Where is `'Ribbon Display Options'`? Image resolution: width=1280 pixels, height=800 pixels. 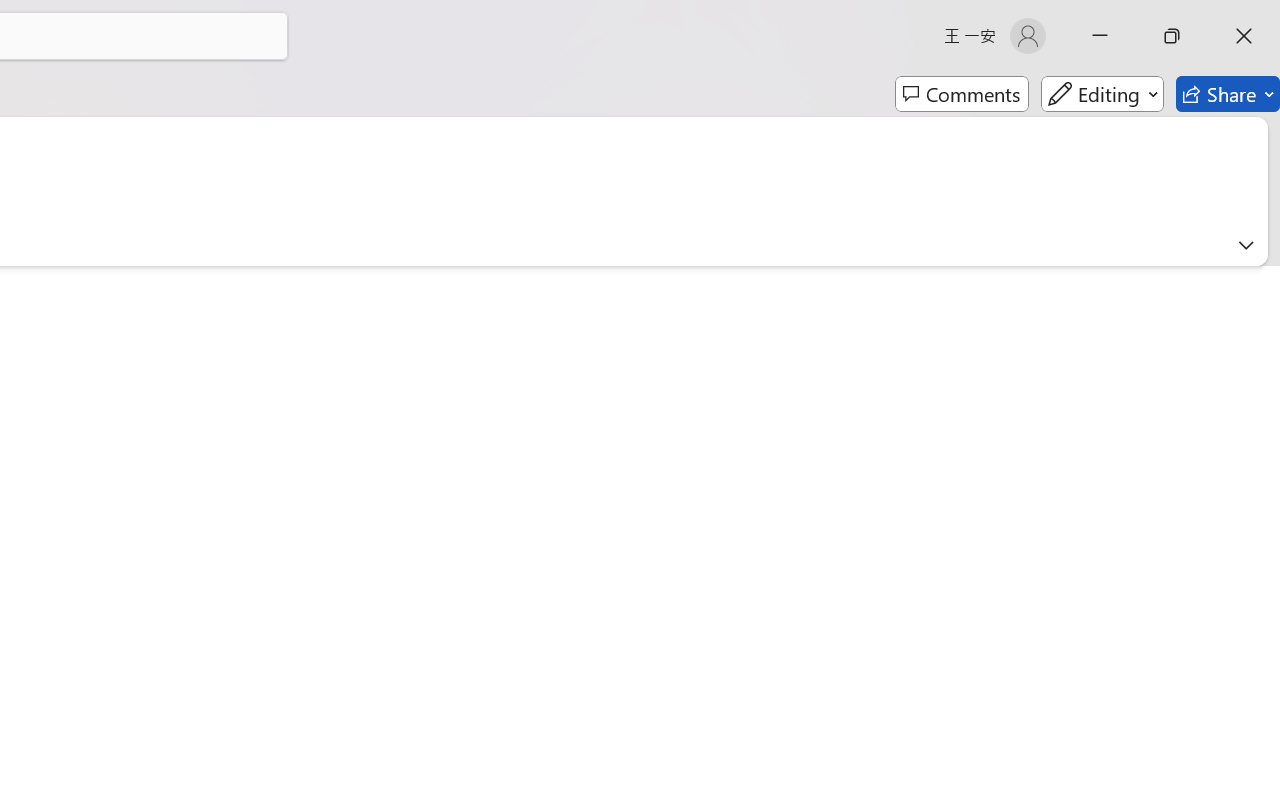 'Ribbon Display Options' is located at coordinates (1245, 244).